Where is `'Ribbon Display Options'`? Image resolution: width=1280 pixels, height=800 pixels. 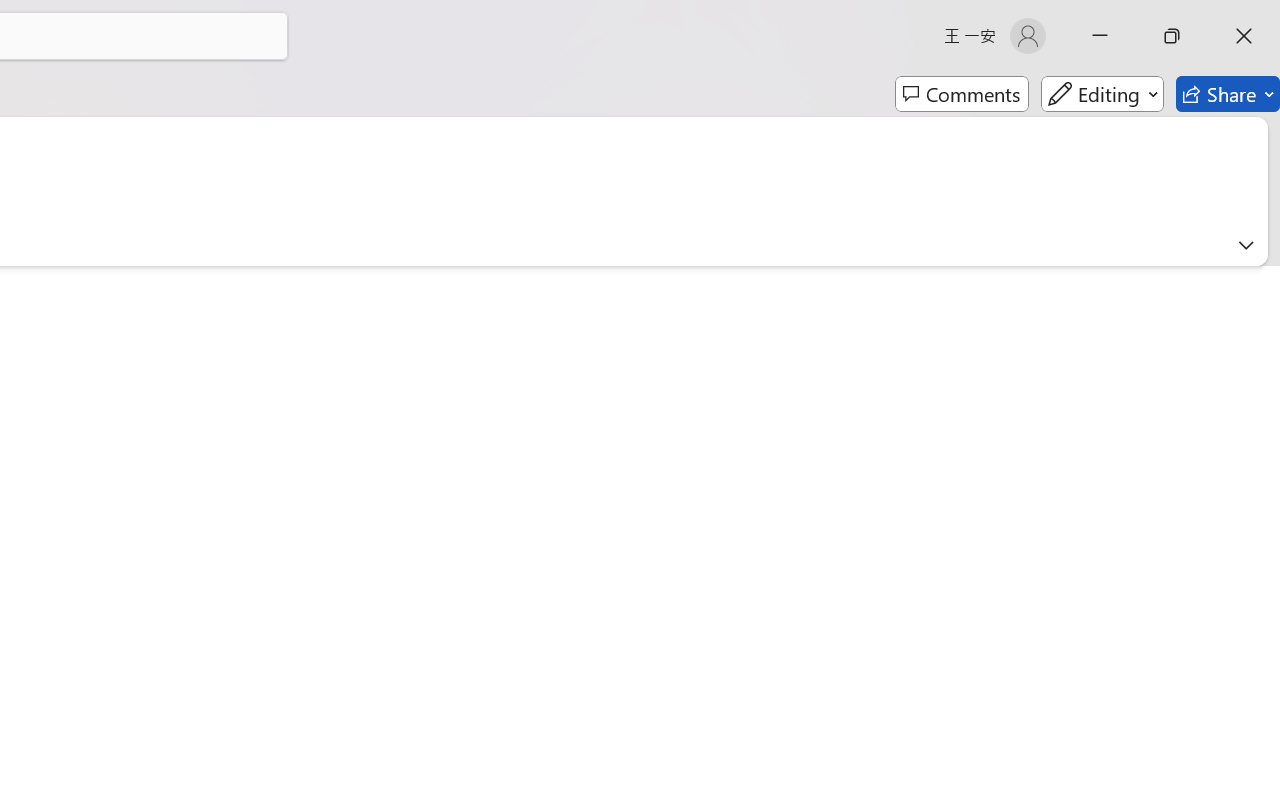 'Ribbon Display Options' is located at coordinates (1245, 244).